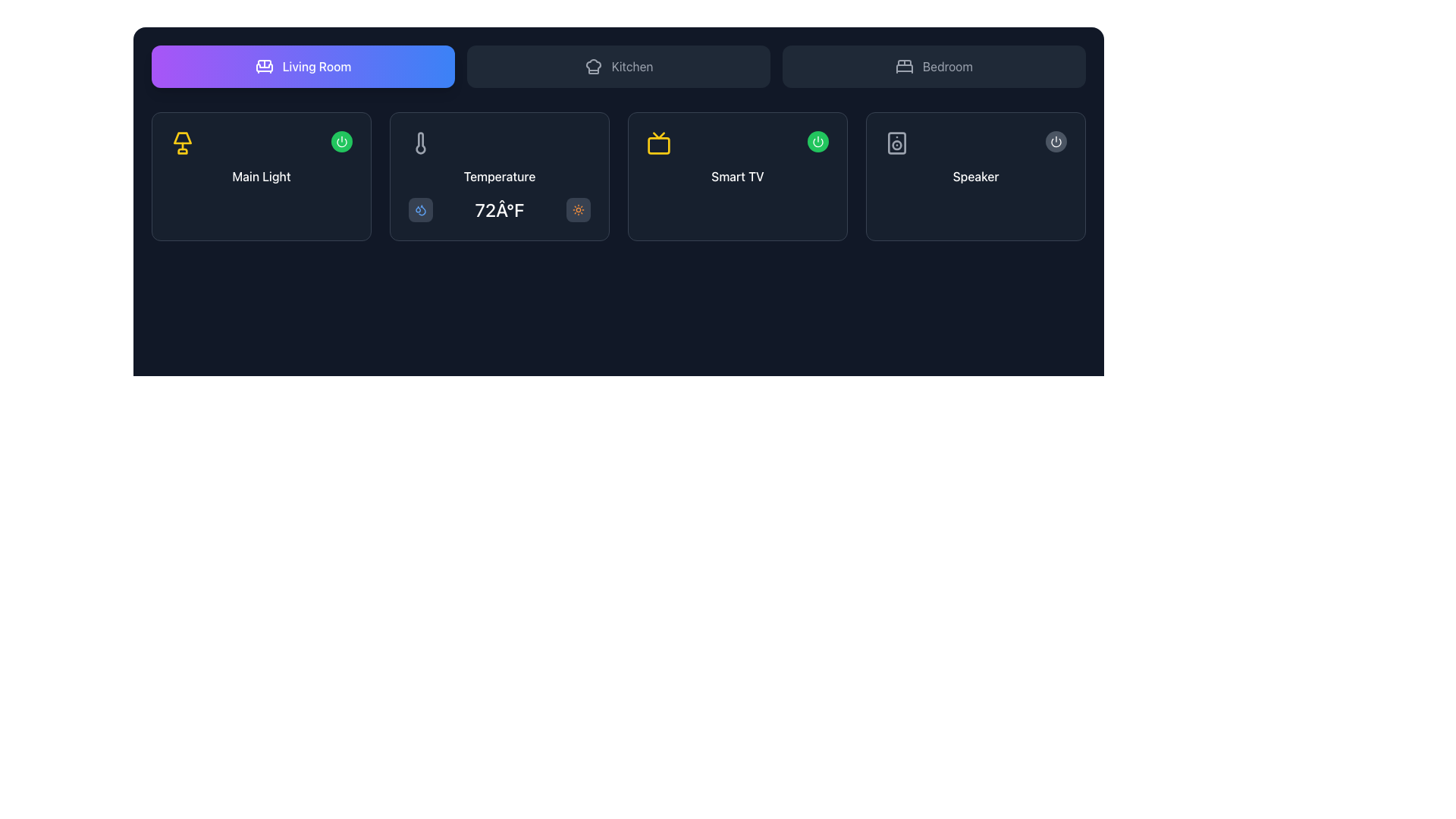  Describe the element at coordinates (578, 210) in the screenshot. I see `the sun-like icon, which is a minimalistic orange icon with rays` at that location.